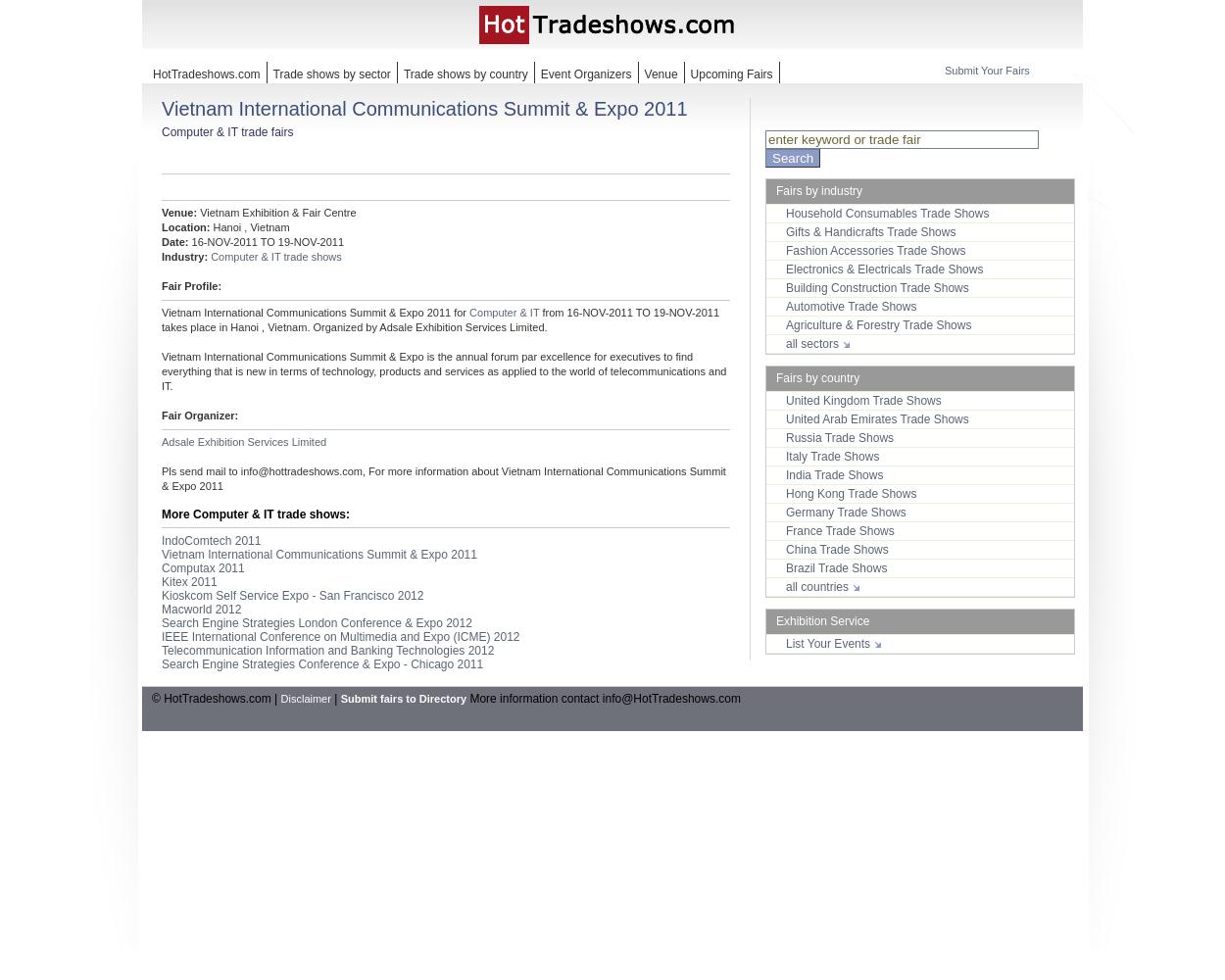  I want to click on '16-NOV-2011 TO 19-NOV-2011', so click(266, 241).